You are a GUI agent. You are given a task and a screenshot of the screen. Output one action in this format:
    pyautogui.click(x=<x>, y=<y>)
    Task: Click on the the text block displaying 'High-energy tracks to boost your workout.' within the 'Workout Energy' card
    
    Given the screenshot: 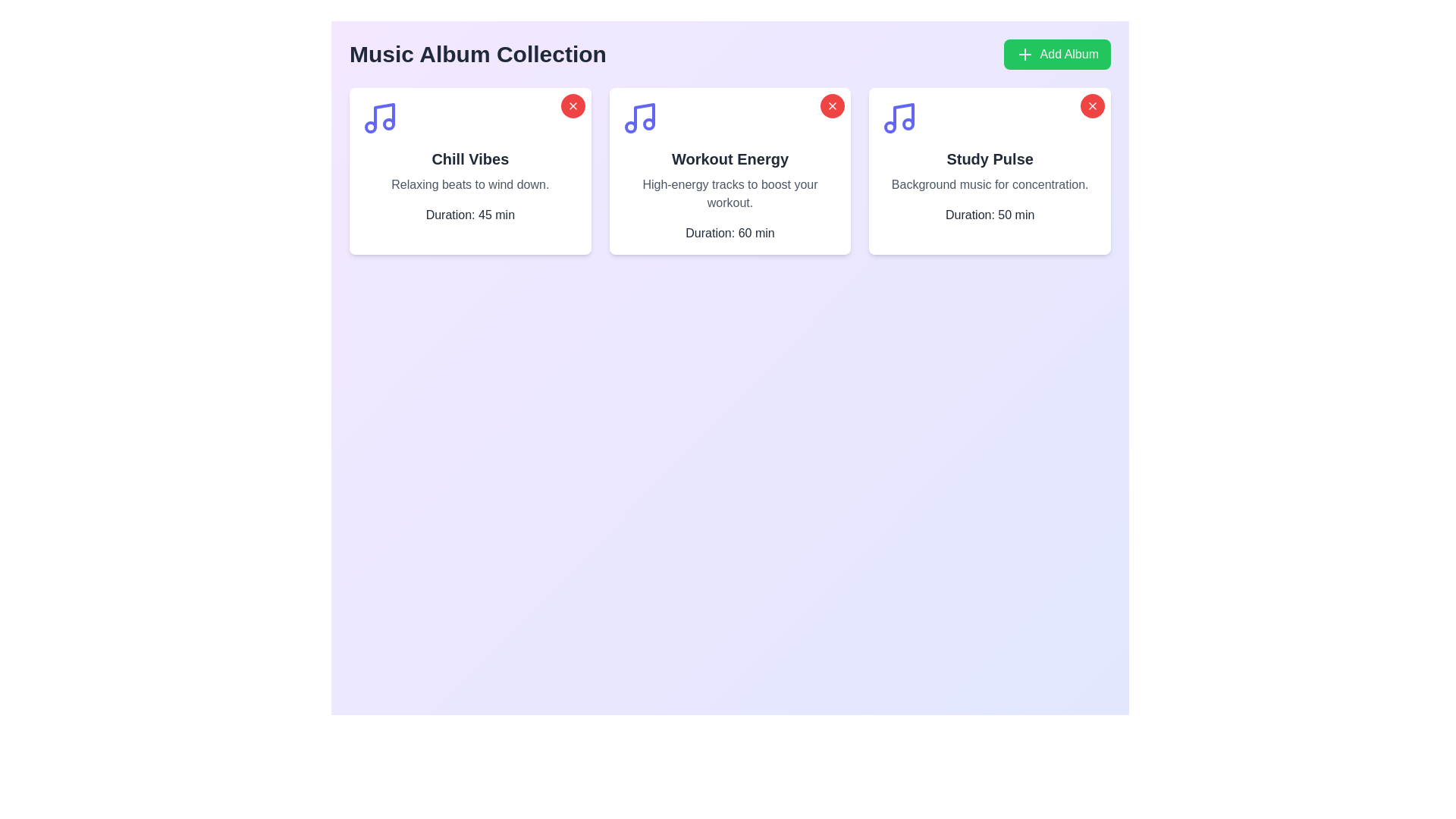 What is the action you would take?
    pyautogui.click(x=730, y=193)
    